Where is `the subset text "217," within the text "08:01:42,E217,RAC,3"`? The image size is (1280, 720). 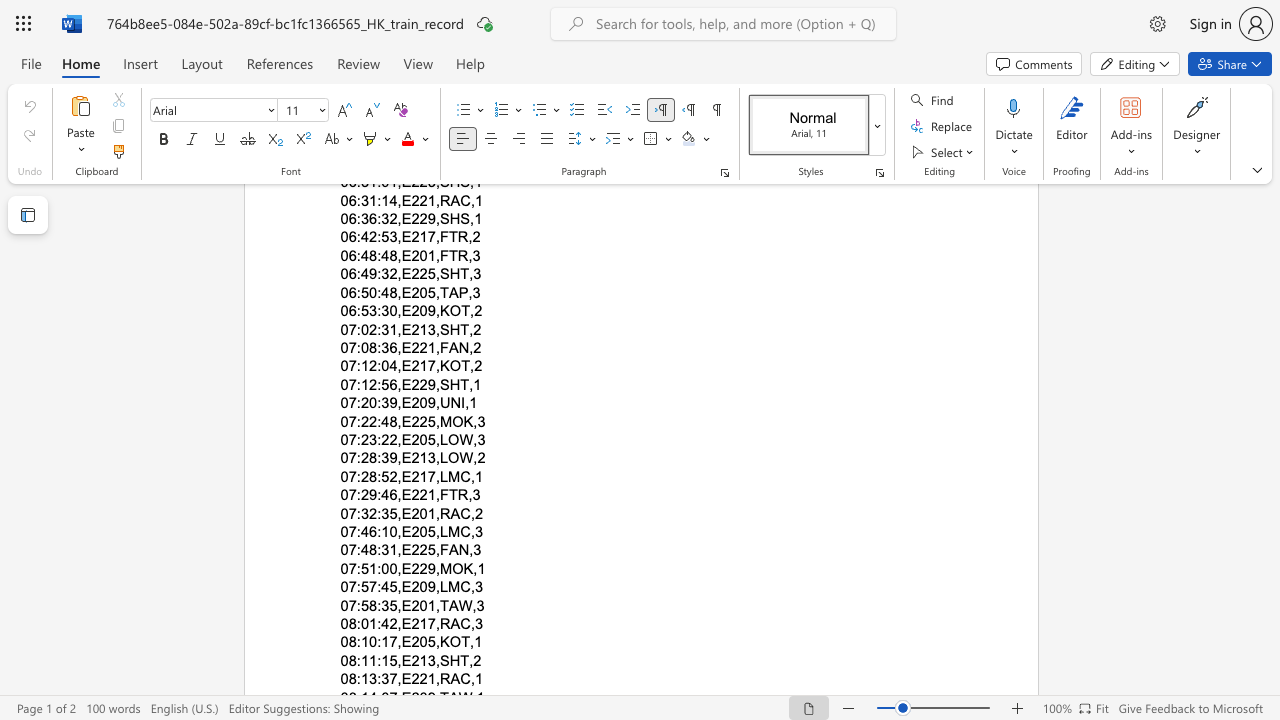 the subset text "217," within the text "08:01:42,E217,RAC,3" is located at coordinates (410, 623).